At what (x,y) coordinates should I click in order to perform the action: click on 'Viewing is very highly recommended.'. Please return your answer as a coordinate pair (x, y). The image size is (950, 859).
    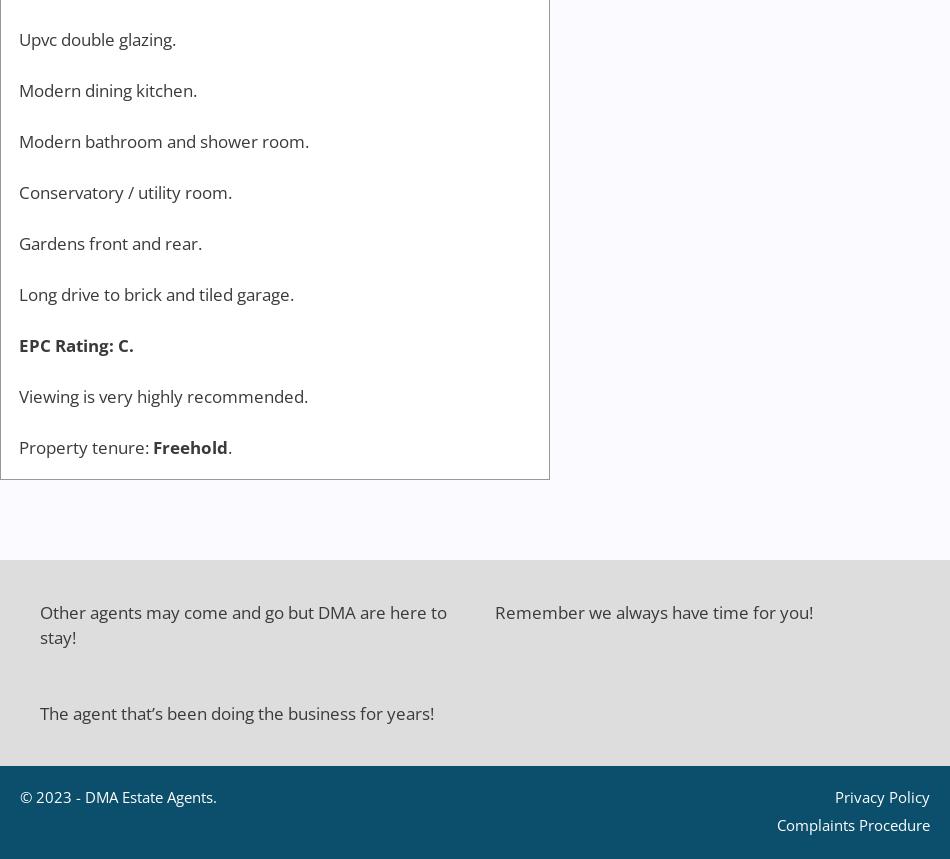
    Looking at the image, I should click on (163, 396).